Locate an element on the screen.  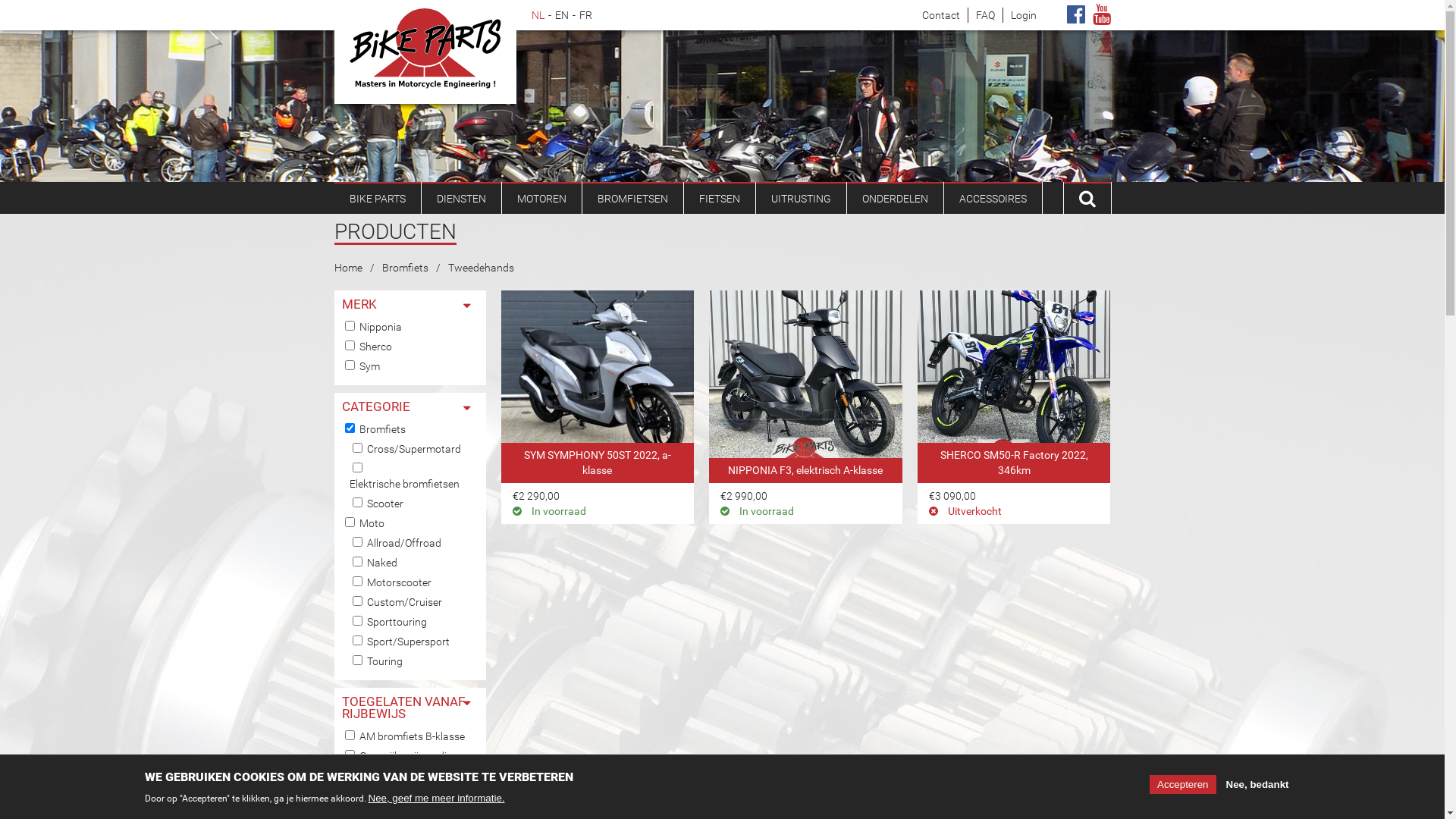
'Geen rijbewijs nodig is located at coordinates (406, 755).